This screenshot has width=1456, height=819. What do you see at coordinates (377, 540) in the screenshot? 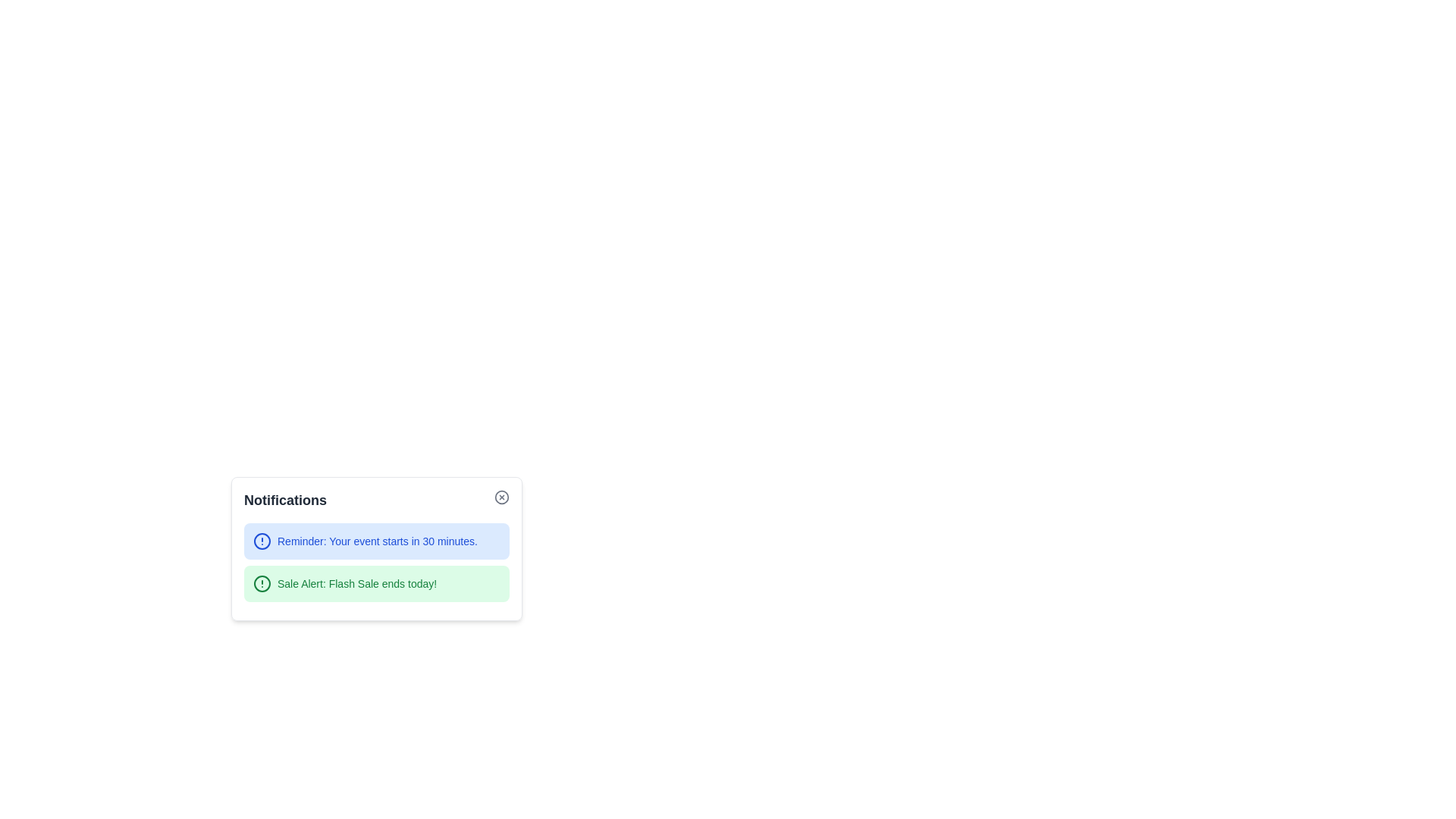
I see `the first notification in the Notification Box that conveys a reminder about an event scheduled to begin soon` at bounding box center [377, 540].